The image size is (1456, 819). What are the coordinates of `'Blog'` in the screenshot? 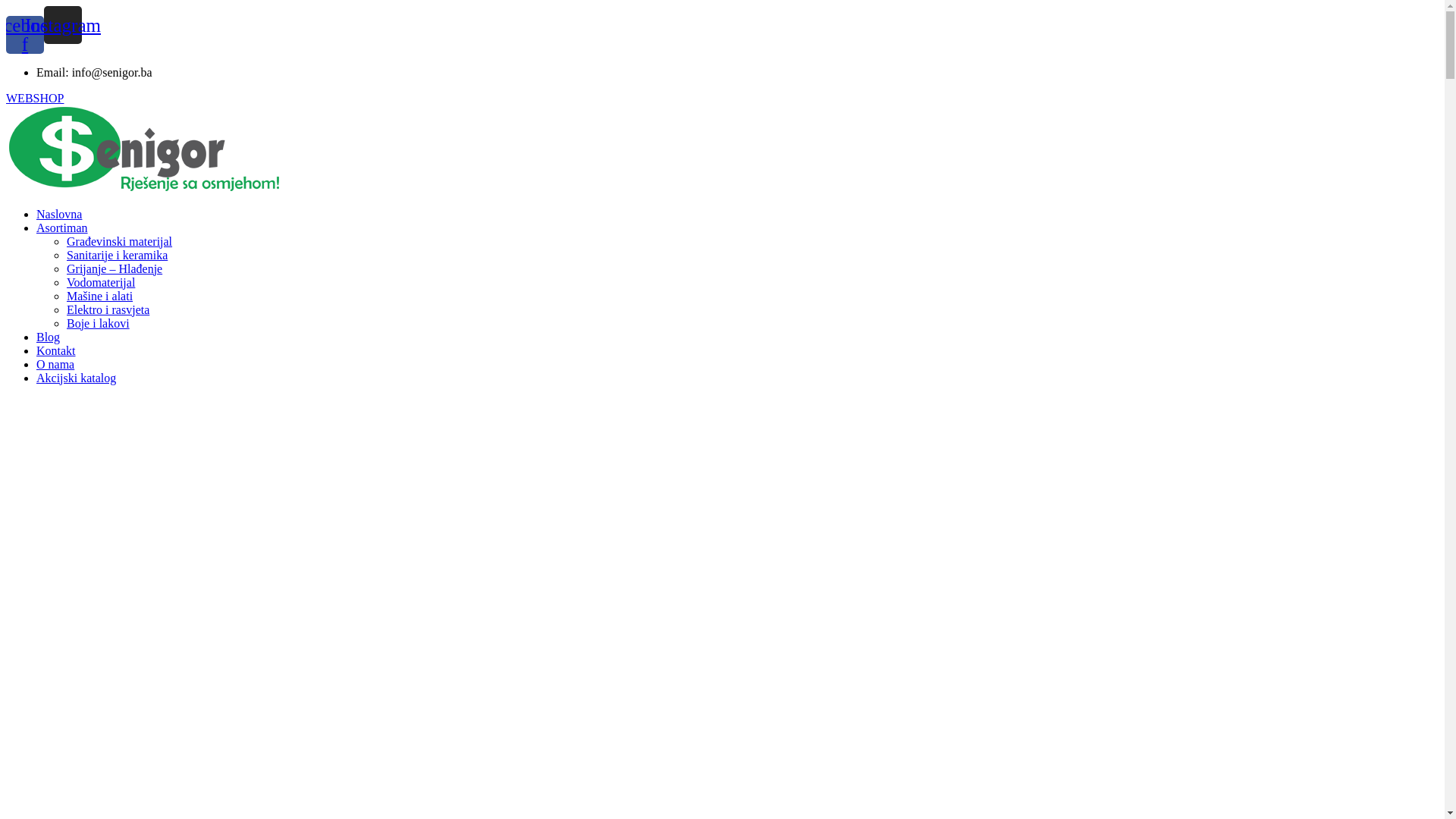 It's located at (48, 336).